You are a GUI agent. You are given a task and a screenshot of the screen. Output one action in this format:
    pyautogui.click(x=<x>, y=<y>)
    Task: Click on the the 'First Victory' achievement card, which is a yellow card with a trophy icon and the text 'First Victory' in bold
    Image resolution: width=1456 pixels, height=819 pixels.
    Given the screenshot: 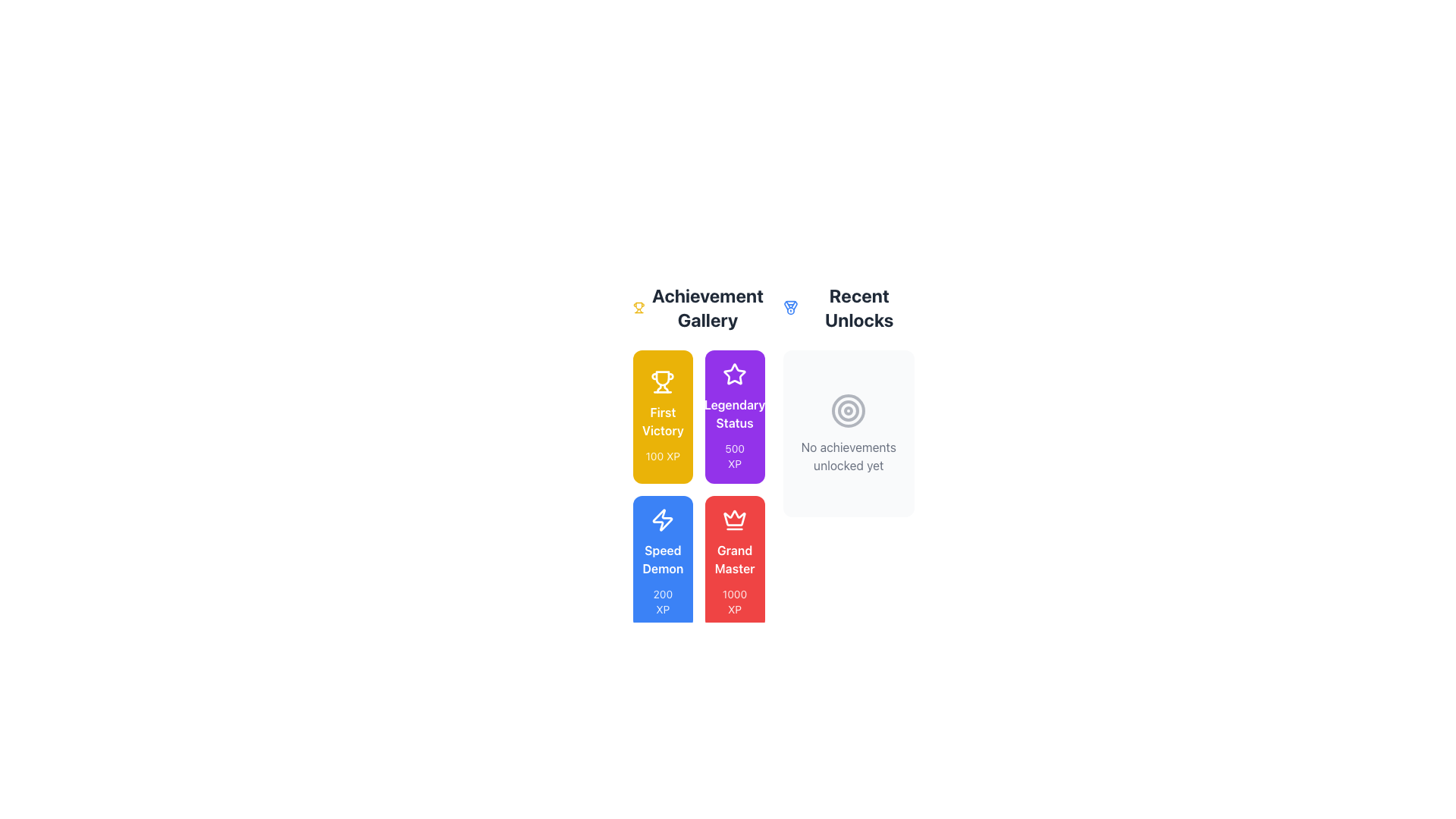 What is the action you would take?
    pyautogui.click(x=663, y=417)
    